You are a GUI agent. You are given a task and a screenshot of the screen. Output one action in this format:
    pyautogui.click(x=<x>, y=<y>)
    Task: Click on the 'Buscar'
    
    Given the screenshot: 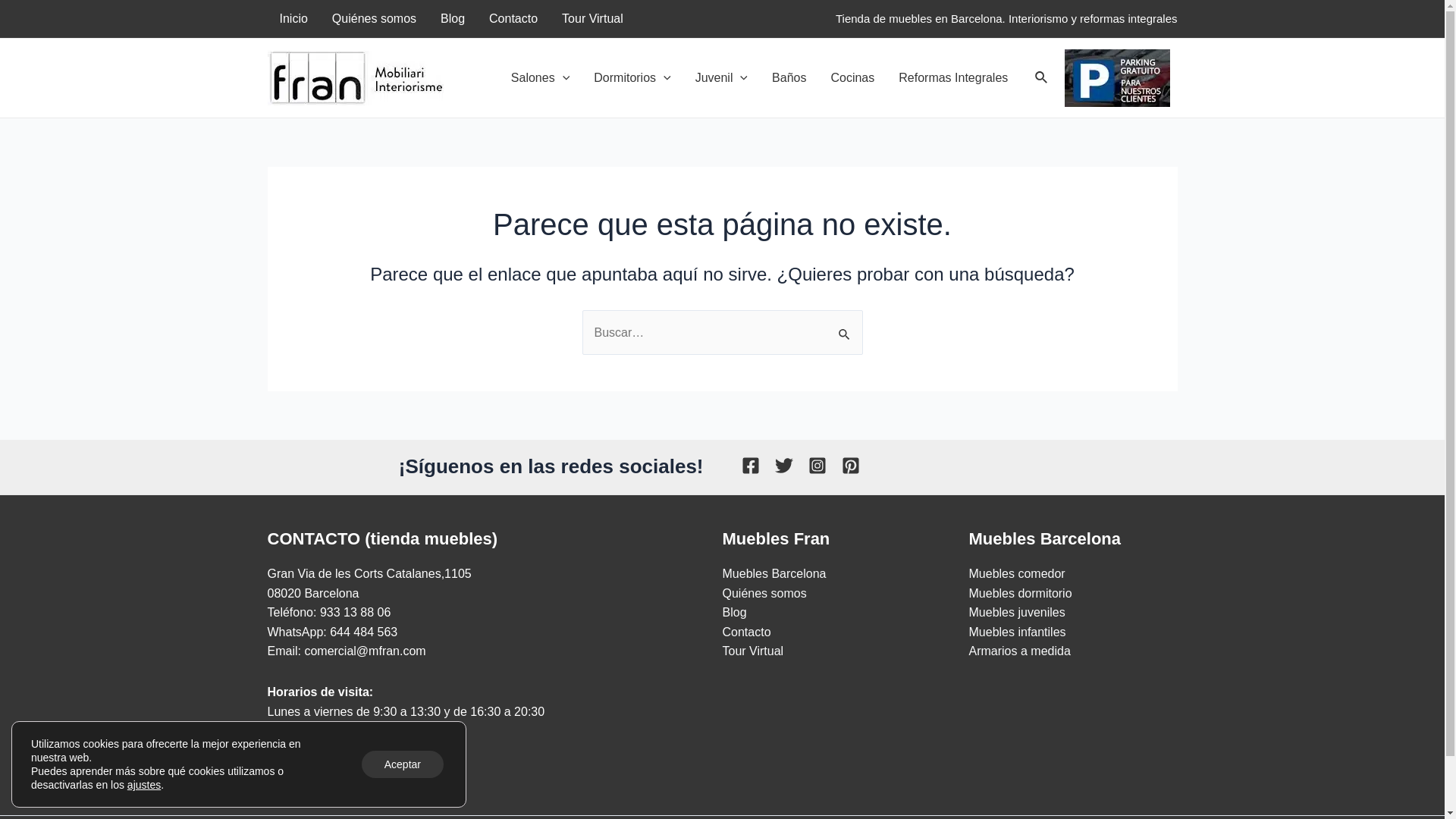 What is the action you would take?
    pyautogui.click(x=1040, y=78)
    